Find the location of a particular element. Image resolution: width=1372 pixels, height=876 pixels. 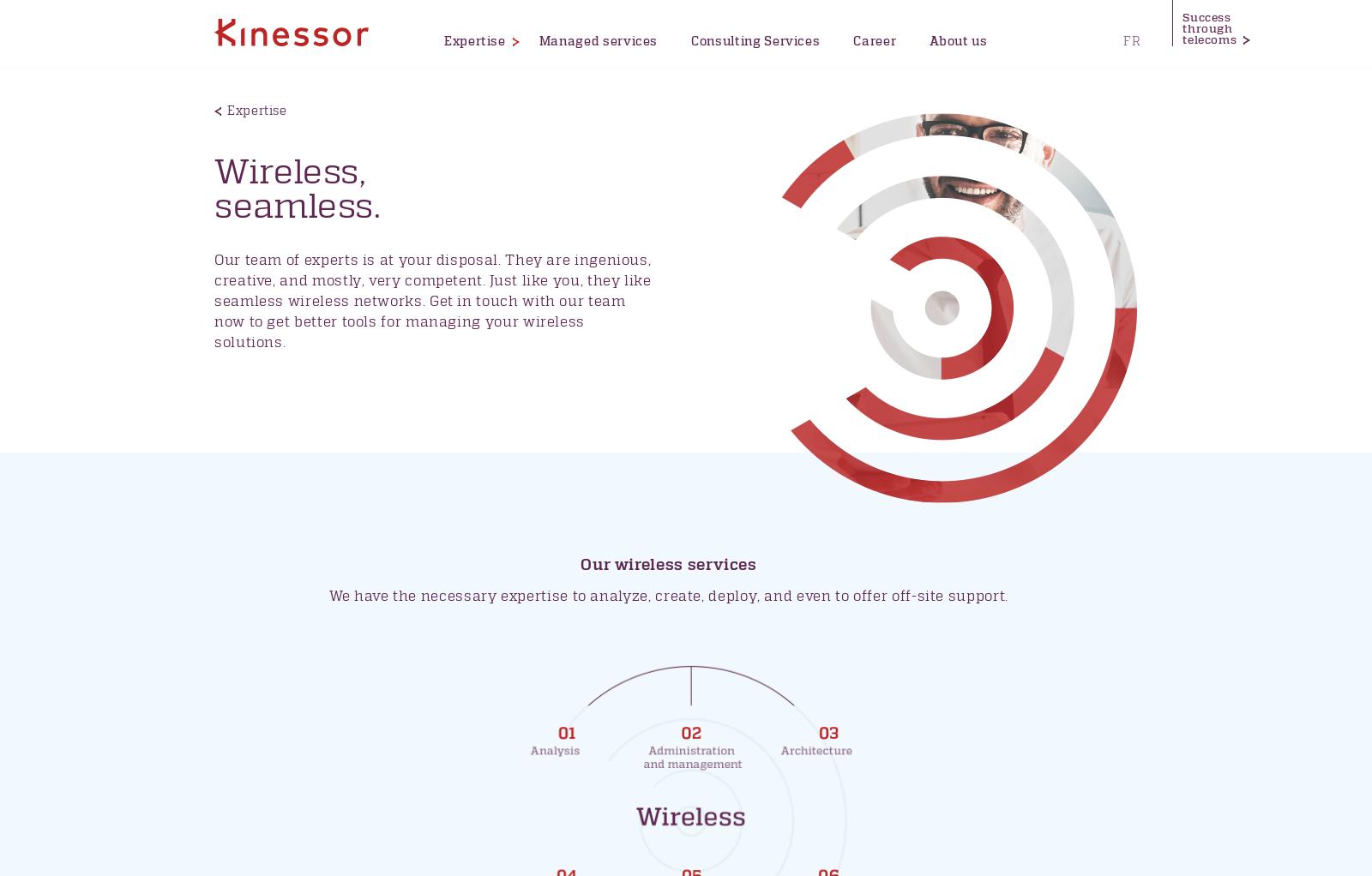

'Success' is located at coordinates (1207, 17).